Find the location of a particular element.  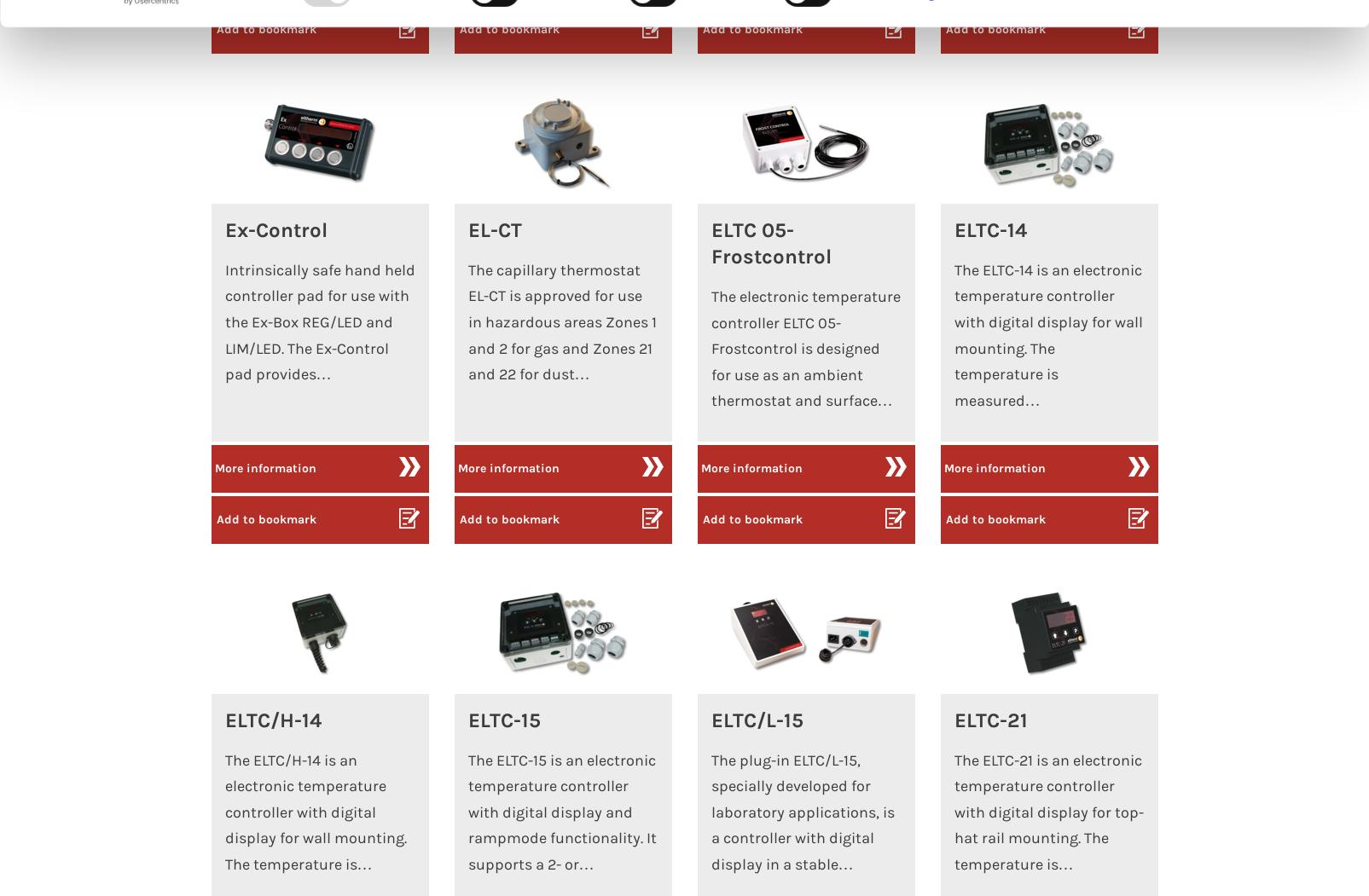

'The ELTC-21 is an electronic temperature controller with digital display for top-hat rail mounting. The temperature is…' is located at coordinates (1047, 811).